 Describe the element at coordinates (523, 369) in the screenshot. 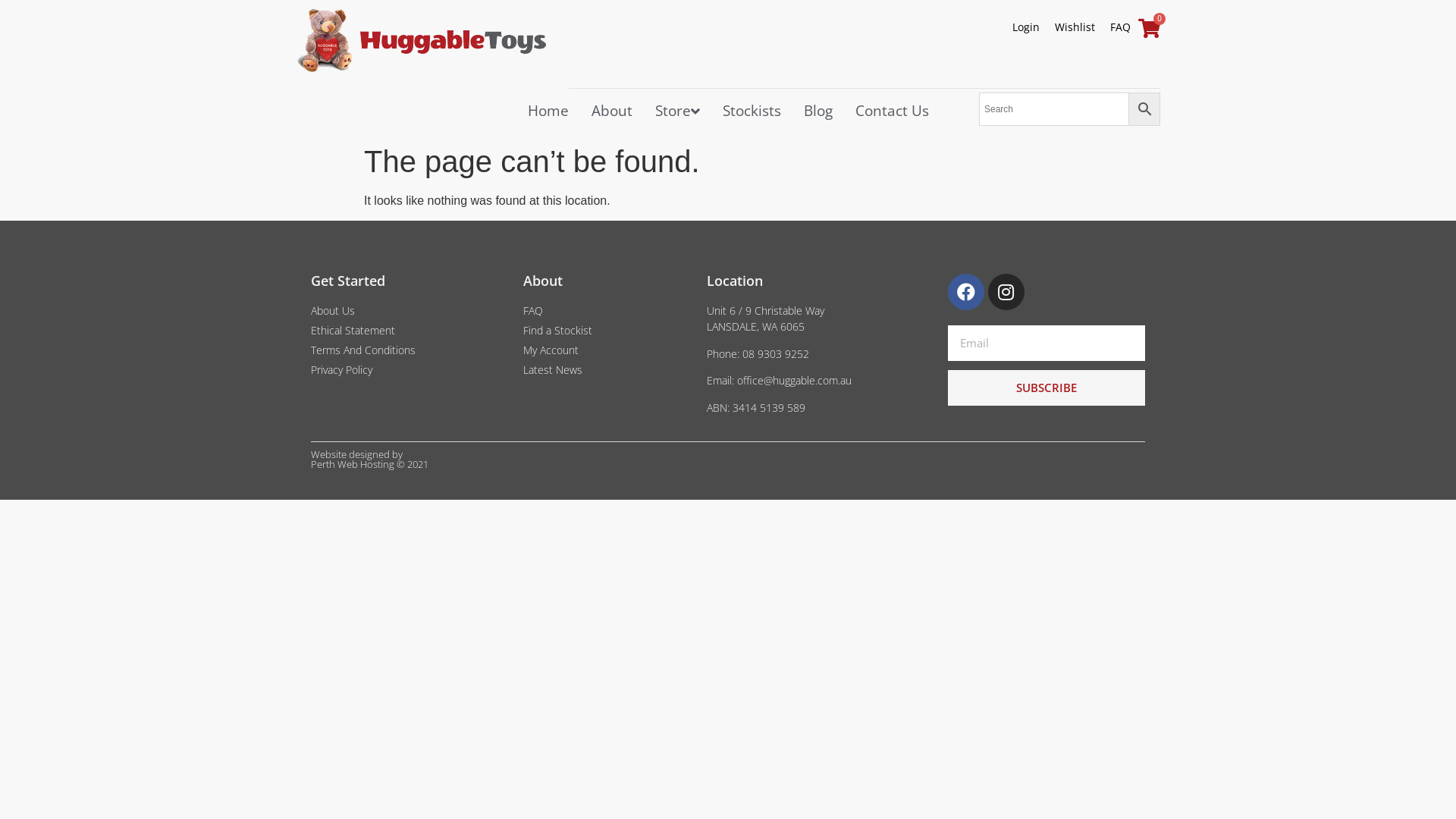

I see `'Latest News'` at that location.